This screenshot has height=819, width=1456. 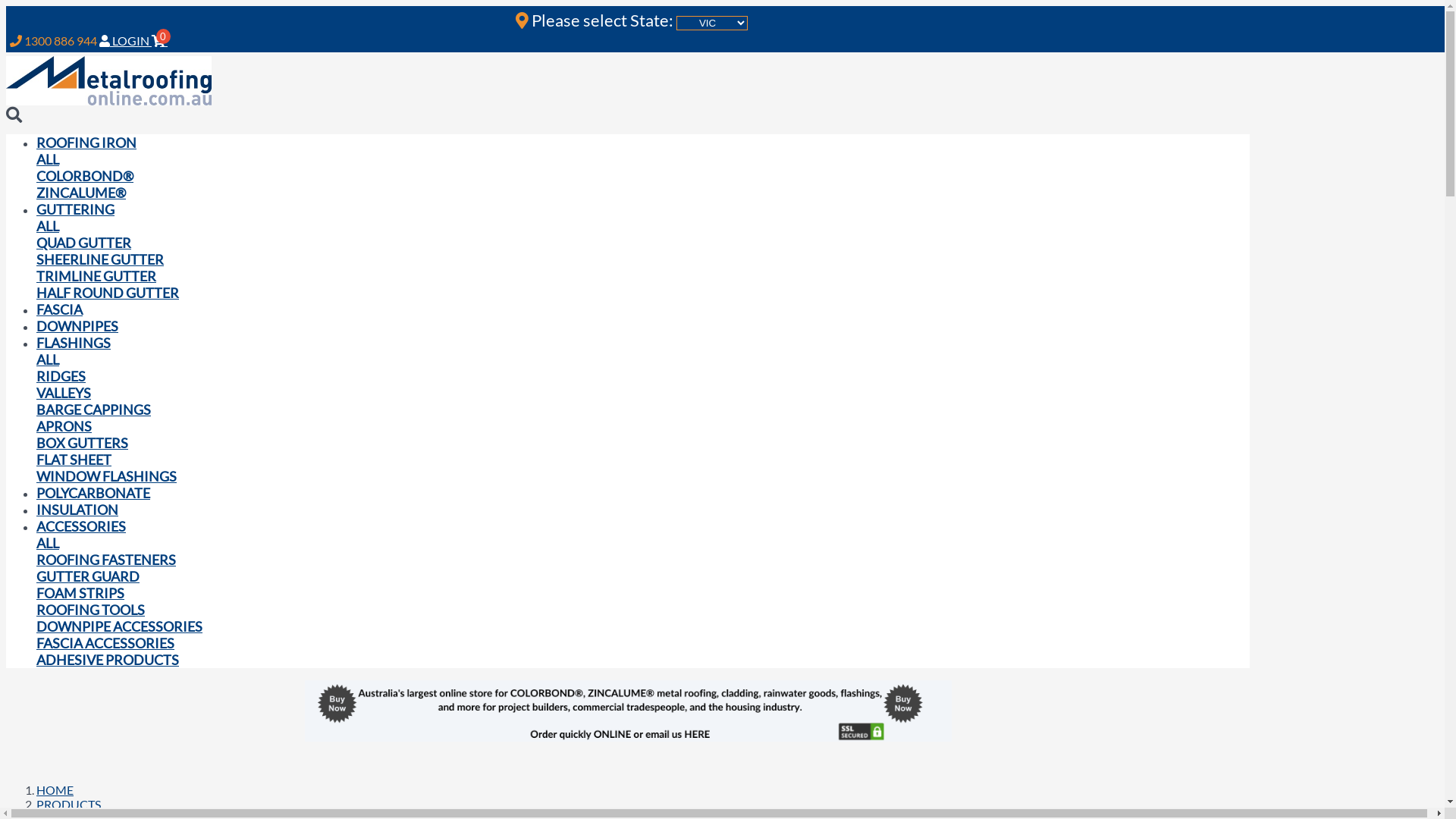 I want to click on 'RIDGES', so click(x=36, y=375).